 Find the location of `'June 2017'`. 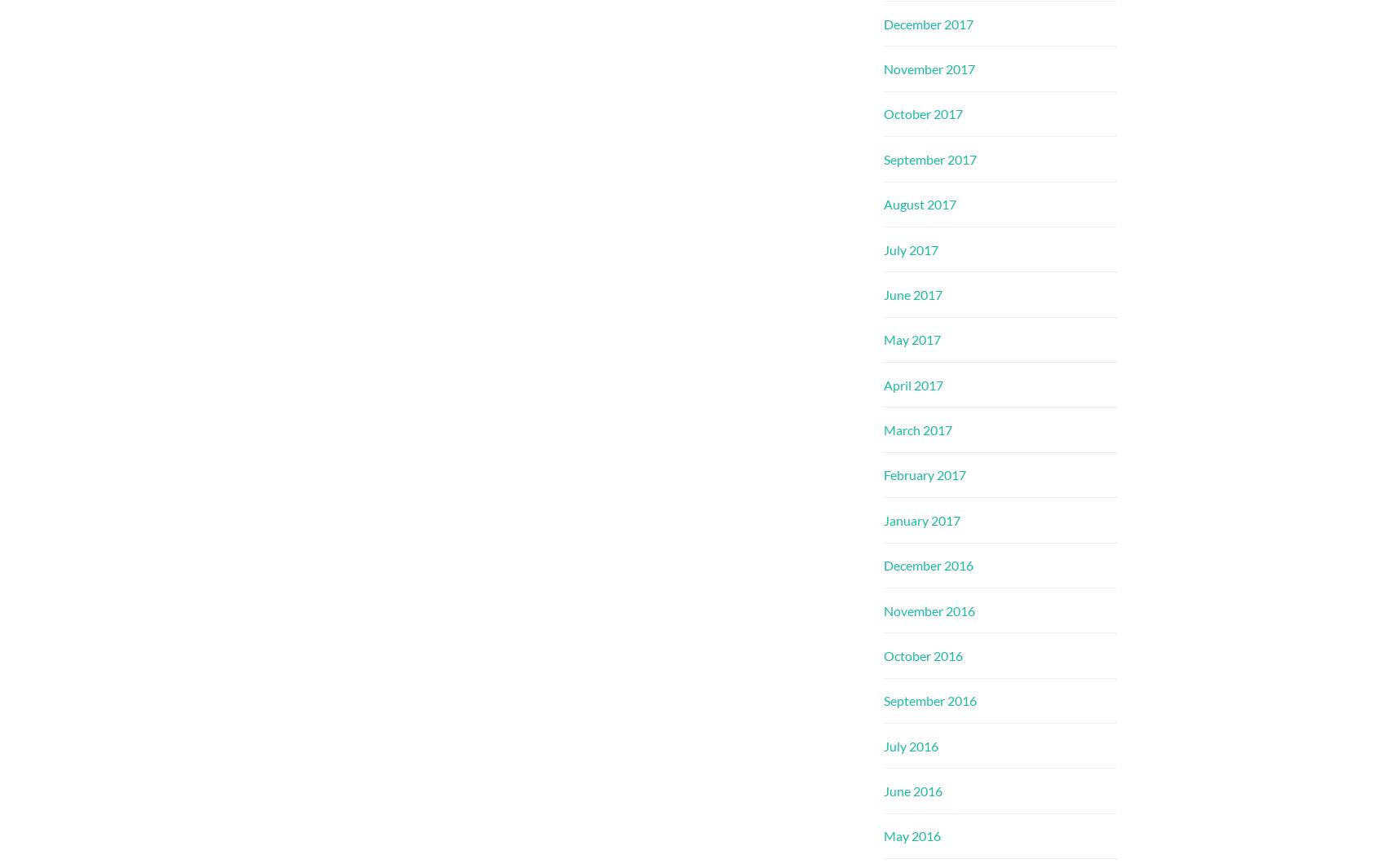

'June 2017' is located at coordinates (883, 293).